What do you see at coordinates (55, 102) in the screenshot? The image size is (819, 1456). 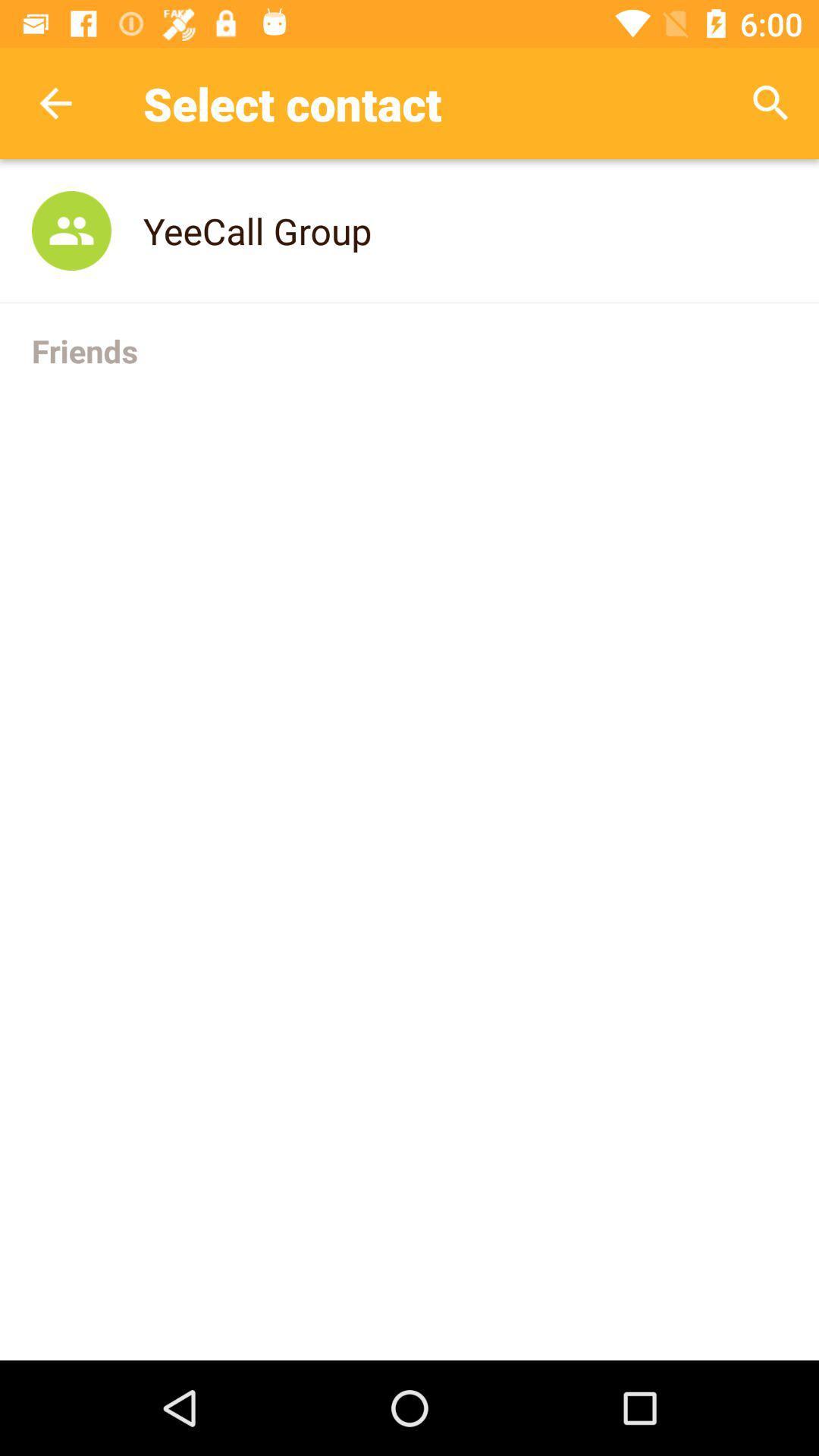 I see `item next to select contact app` at bounding box center [55, 102].